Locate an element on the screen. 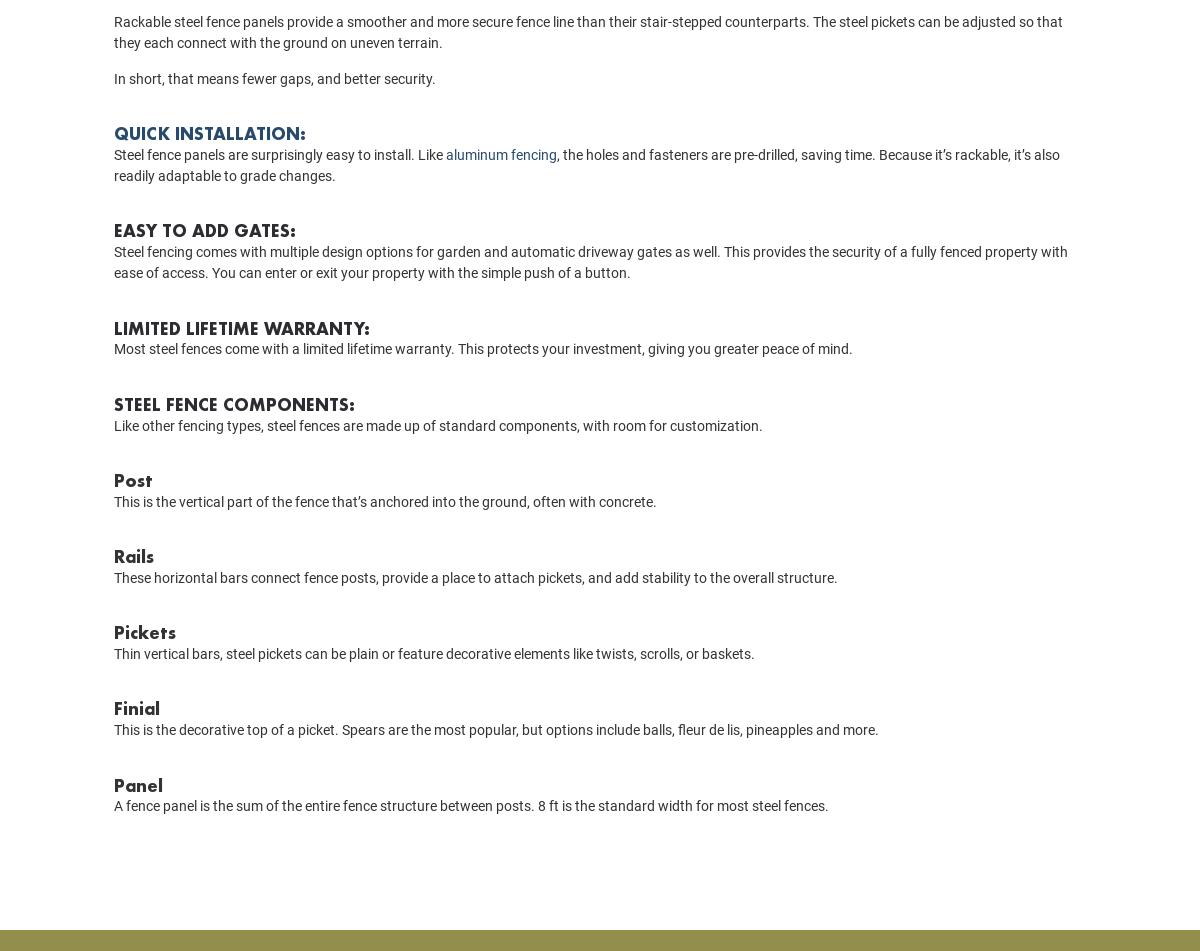 The height and width of the screenshot is (951, 1200). ', the holes and fasteners are pre-drilled, saving time. Because it’s rackable, it’s also readily adaptable to grade changes.' is located at coordinates (114, 193).